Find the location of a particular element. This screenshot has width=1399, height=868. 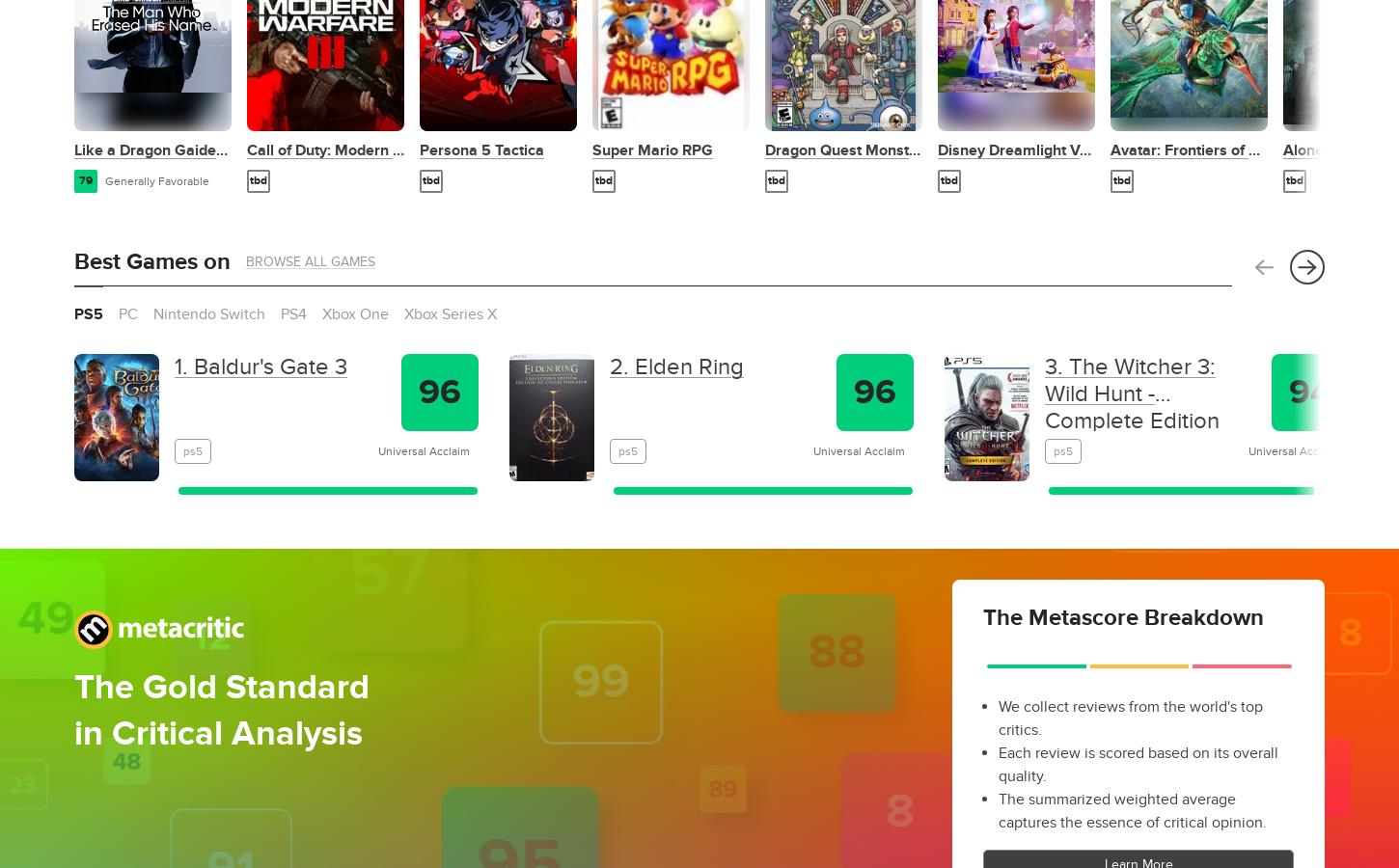

'Nintendo Switch' is located at coordinates (152, 312).